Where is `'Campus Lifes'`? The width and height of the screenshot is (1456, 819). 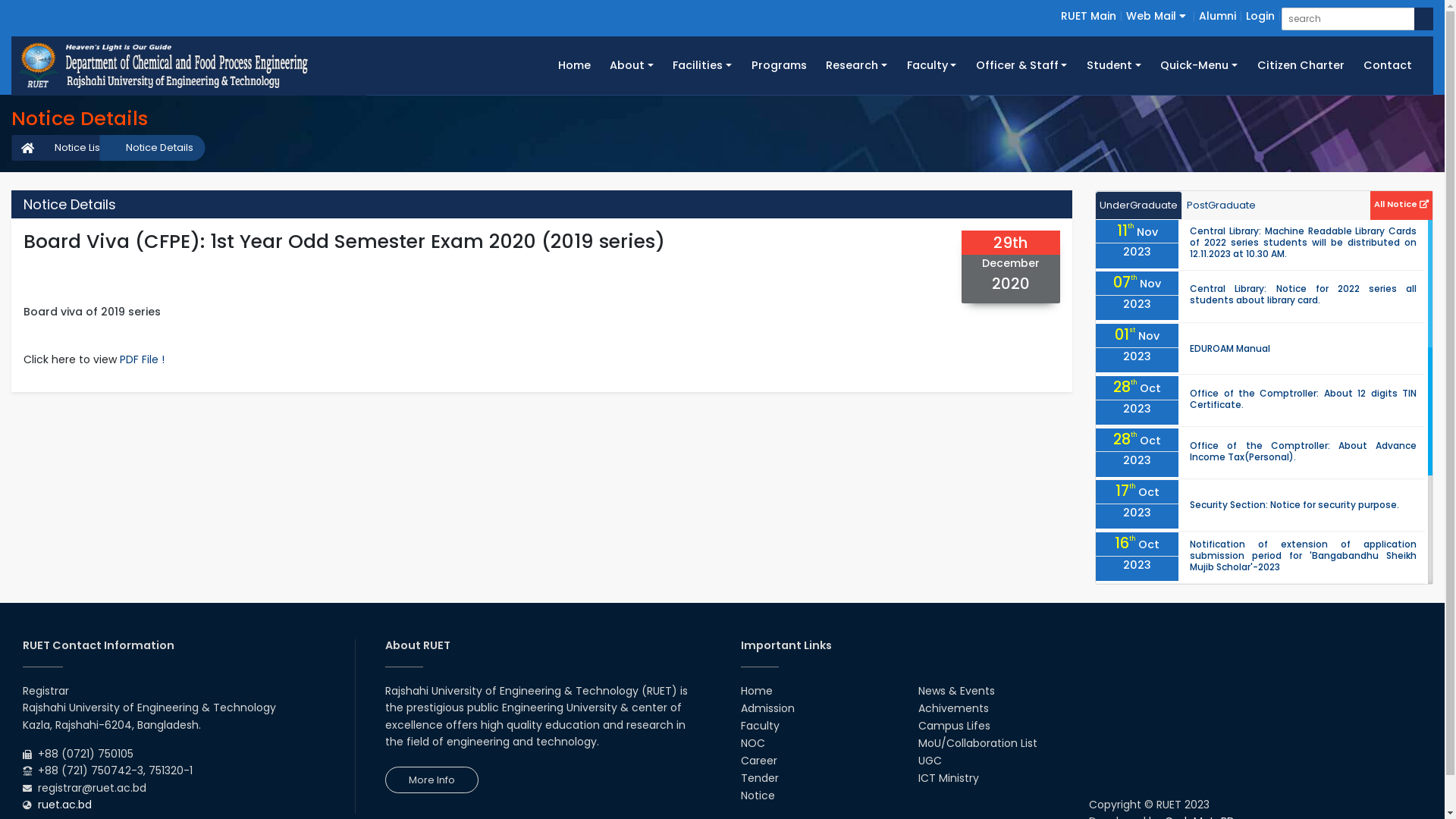
'Campus Lifes' is located at coordinates (953, 724).